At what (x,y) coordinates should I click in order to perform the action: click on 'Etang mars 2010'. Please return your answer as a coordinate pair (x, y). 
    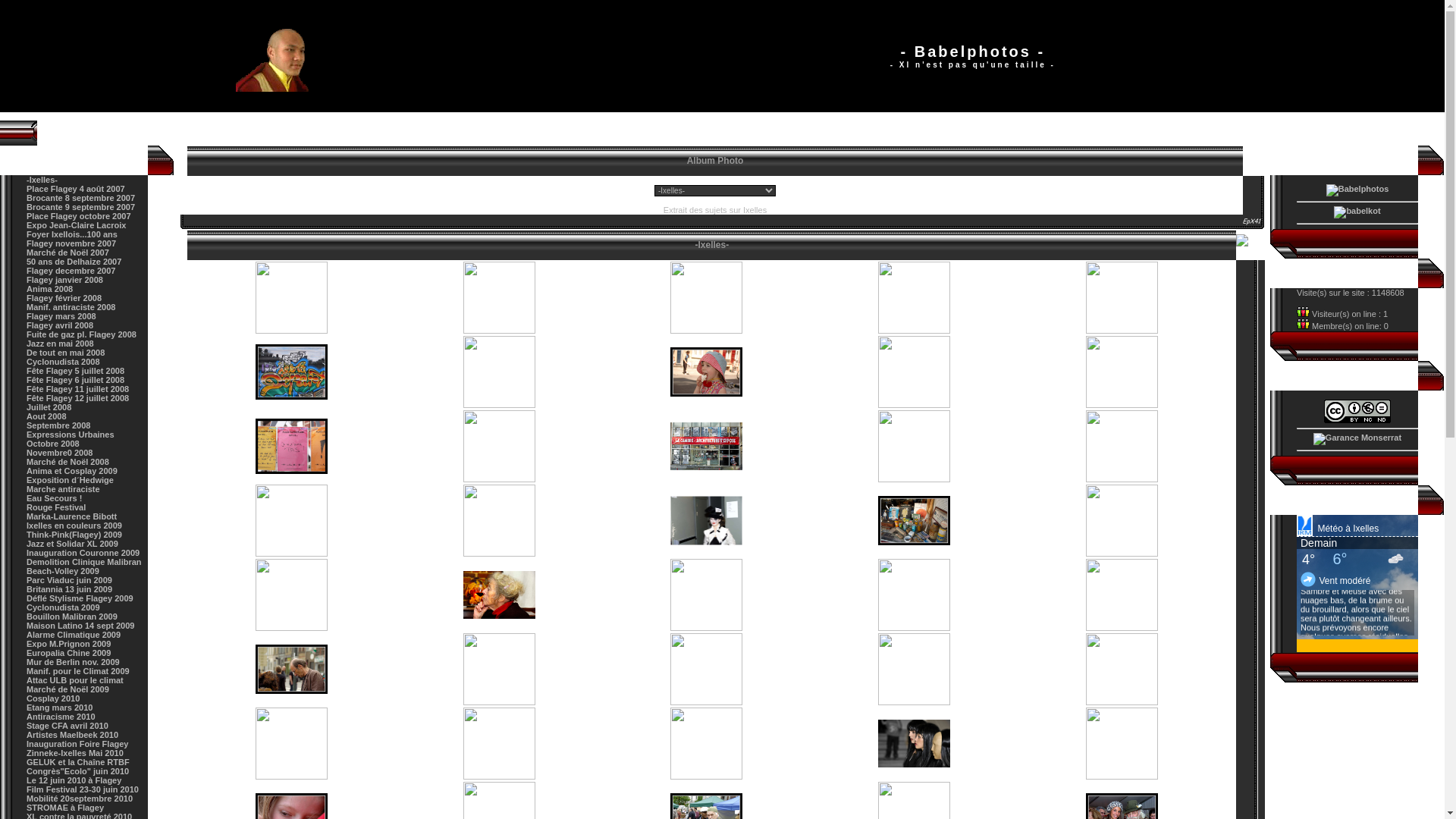
    Looking at the image, I should click on (59, 708).